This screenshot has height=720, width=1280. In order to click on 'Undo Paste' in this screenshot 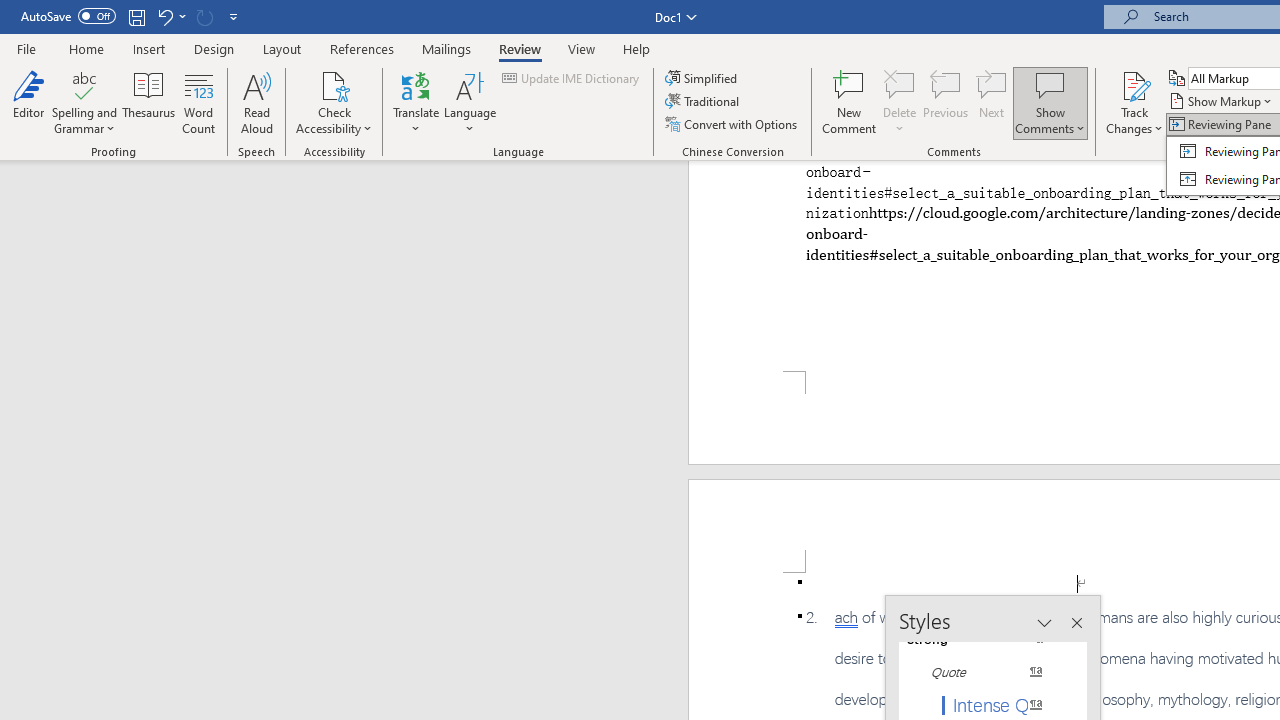, I will do `click(164, 16)`.